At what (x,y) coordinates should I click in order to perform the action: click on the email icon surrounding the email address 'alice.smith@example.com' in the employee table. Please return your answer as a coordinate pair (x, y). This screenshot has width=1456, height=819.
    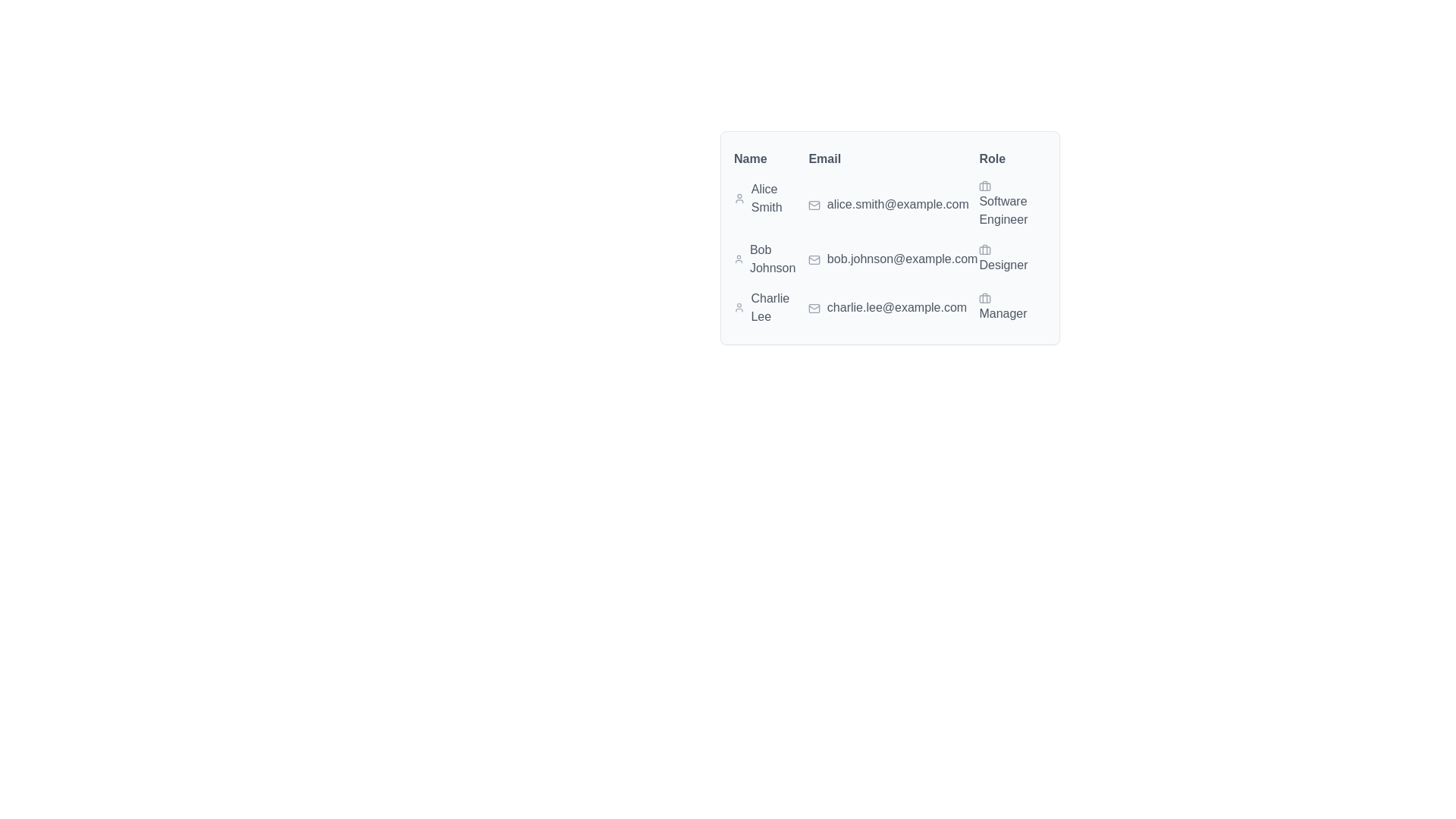
    Looking at the image, I should click on (814, 205).